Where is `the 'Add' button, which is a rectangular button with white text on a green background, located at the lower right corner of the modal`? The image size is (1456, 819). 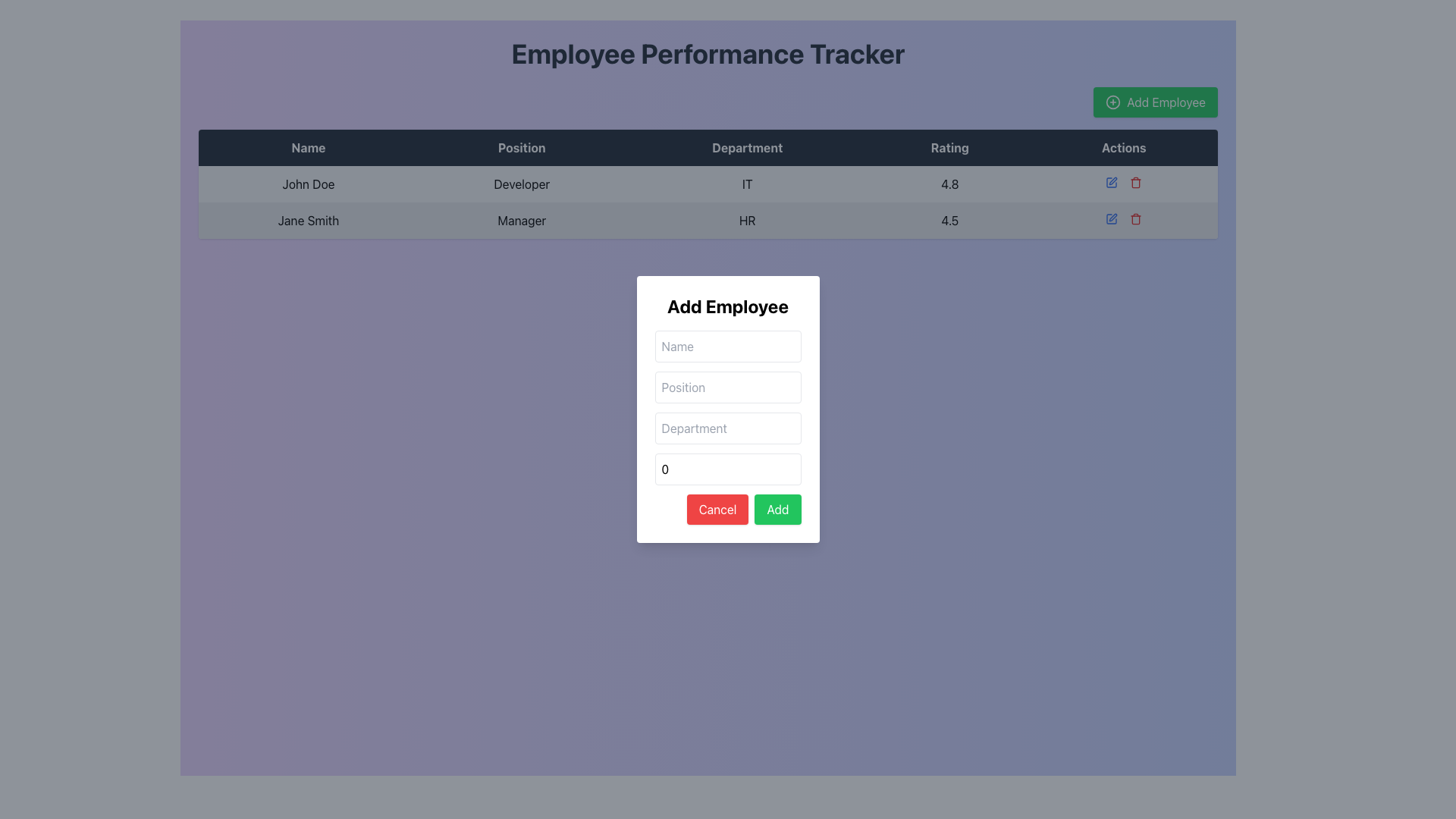
the 'Add' button, which is a rectangular button with white text on a green background, located at the lower right corner of the modal is located at coordinates (778, 509).